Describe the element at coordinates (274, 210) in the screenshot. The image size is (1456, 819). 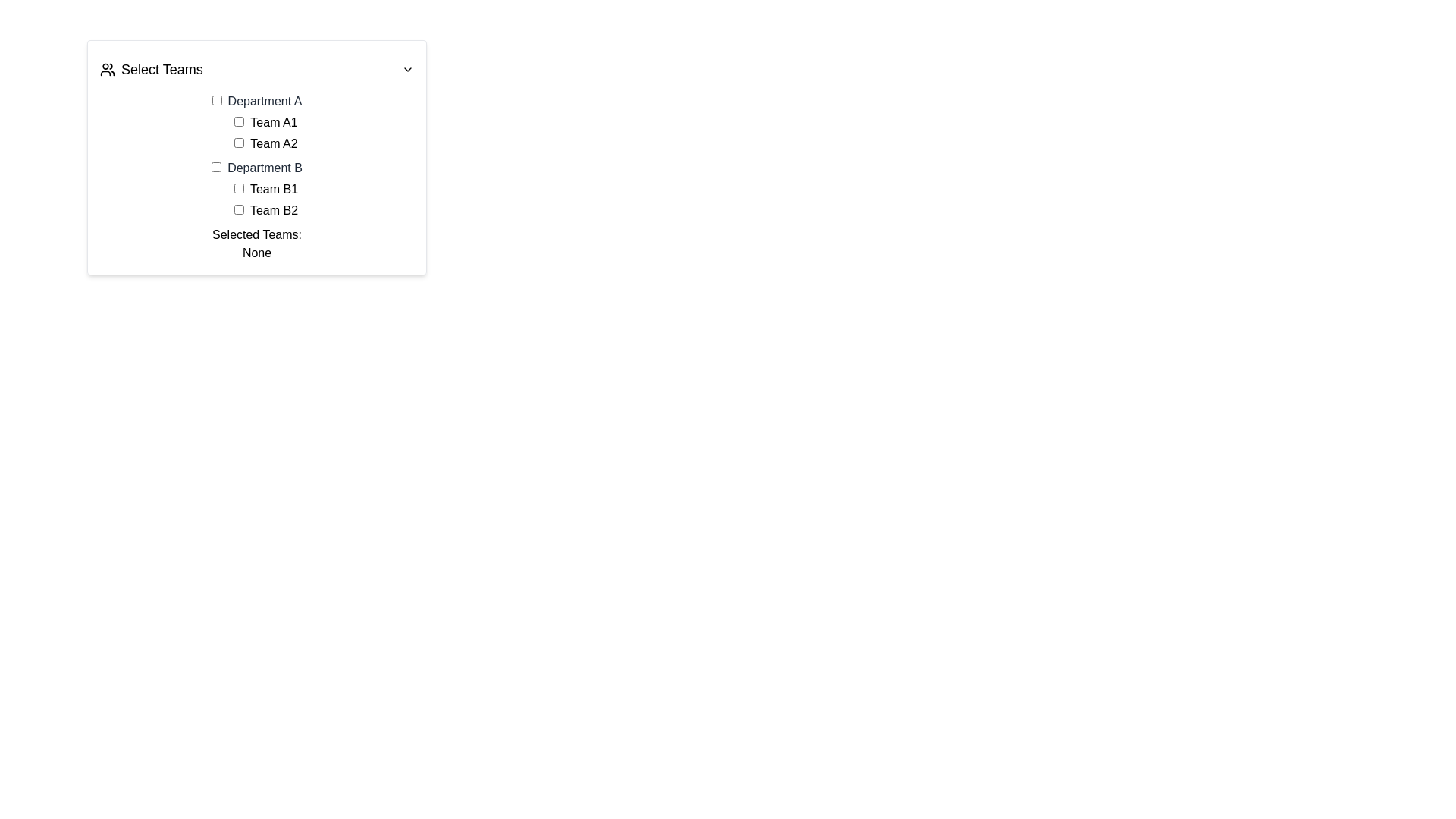
I see `the Text Label associated with the checkbox under 'Department B', which is the second item after 'Team B1'` at that location.